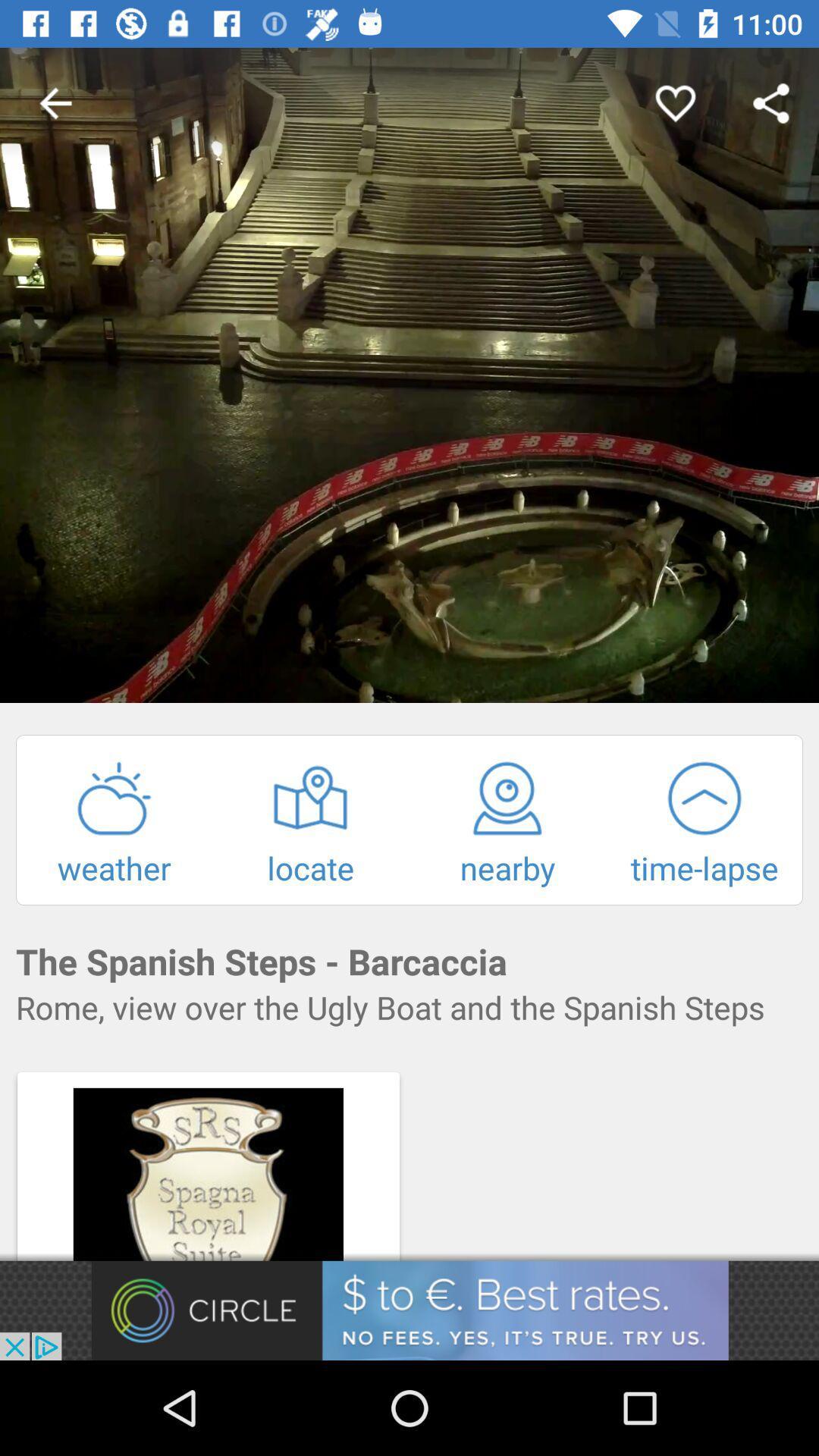 The image size is (819, 1456). What do you see at coordinates (409, 1007) in the screenshot?
I see `the text above the second image` at bounding box center [409, 1007].